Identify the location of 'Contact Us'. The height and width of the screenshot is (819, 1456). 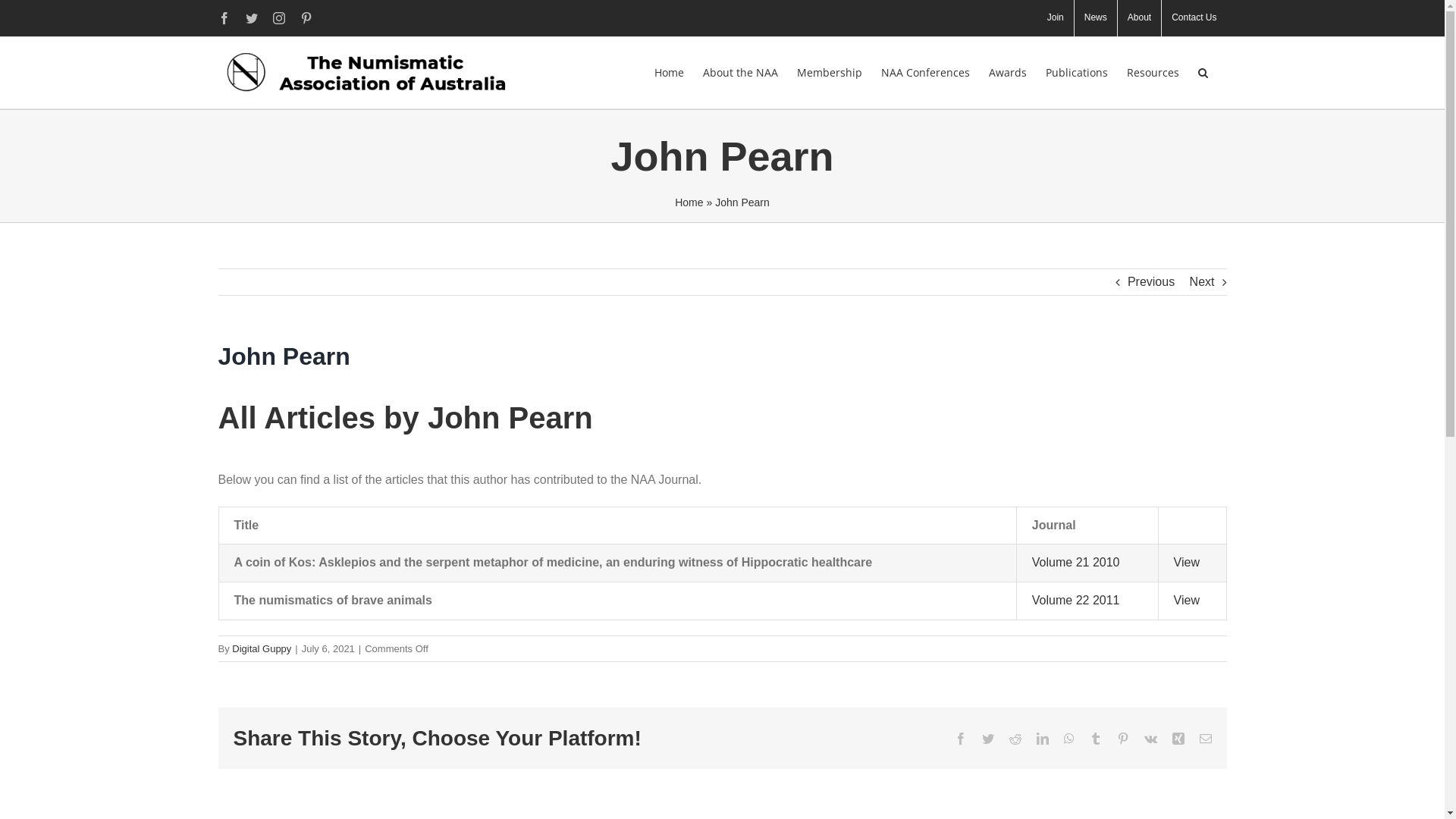
(1193, 17).